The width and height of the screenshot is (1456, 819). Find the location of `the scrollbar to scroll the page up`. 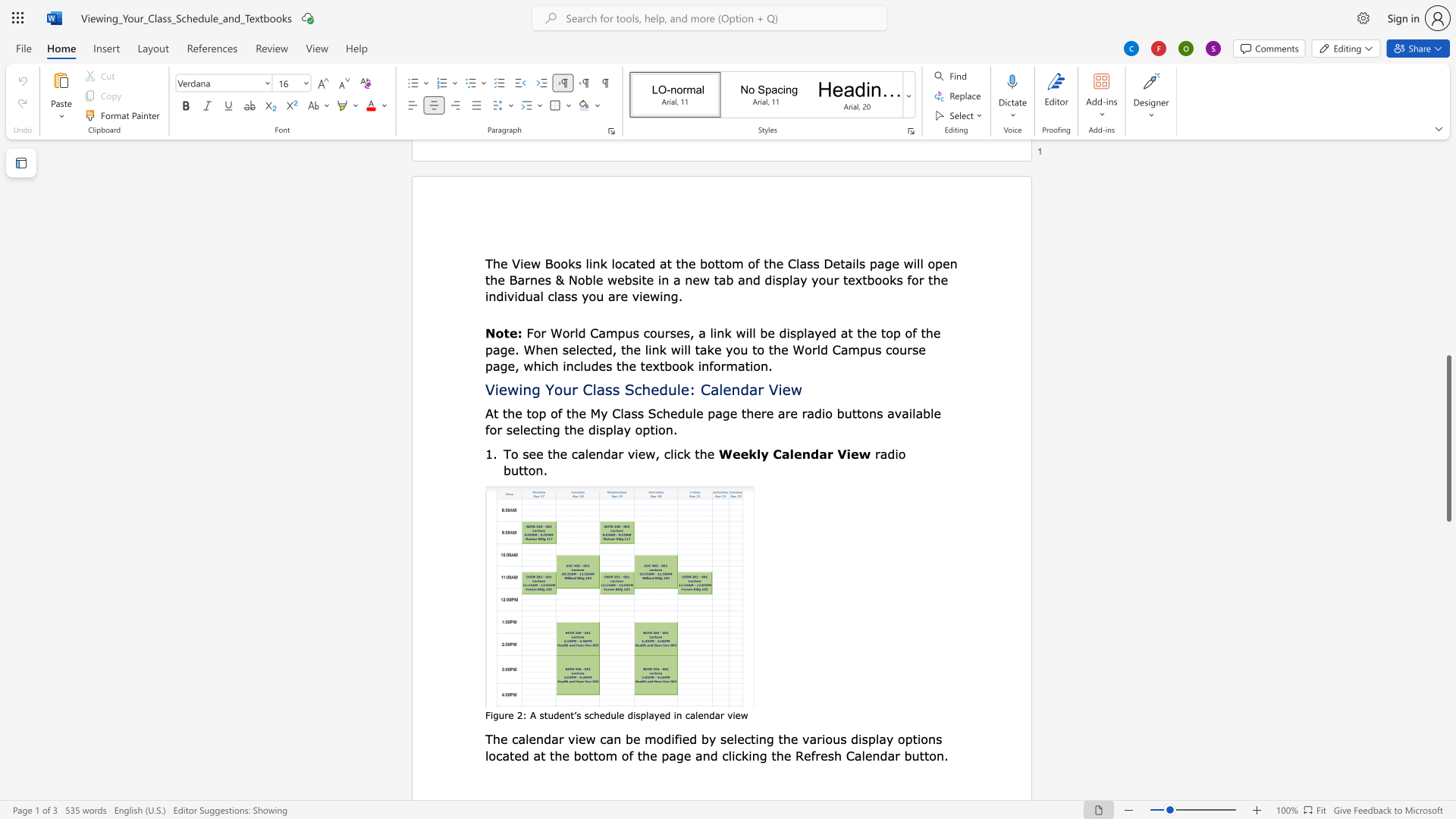

the scrollbar to scroll the page up is located at coordinates (1448, 341).